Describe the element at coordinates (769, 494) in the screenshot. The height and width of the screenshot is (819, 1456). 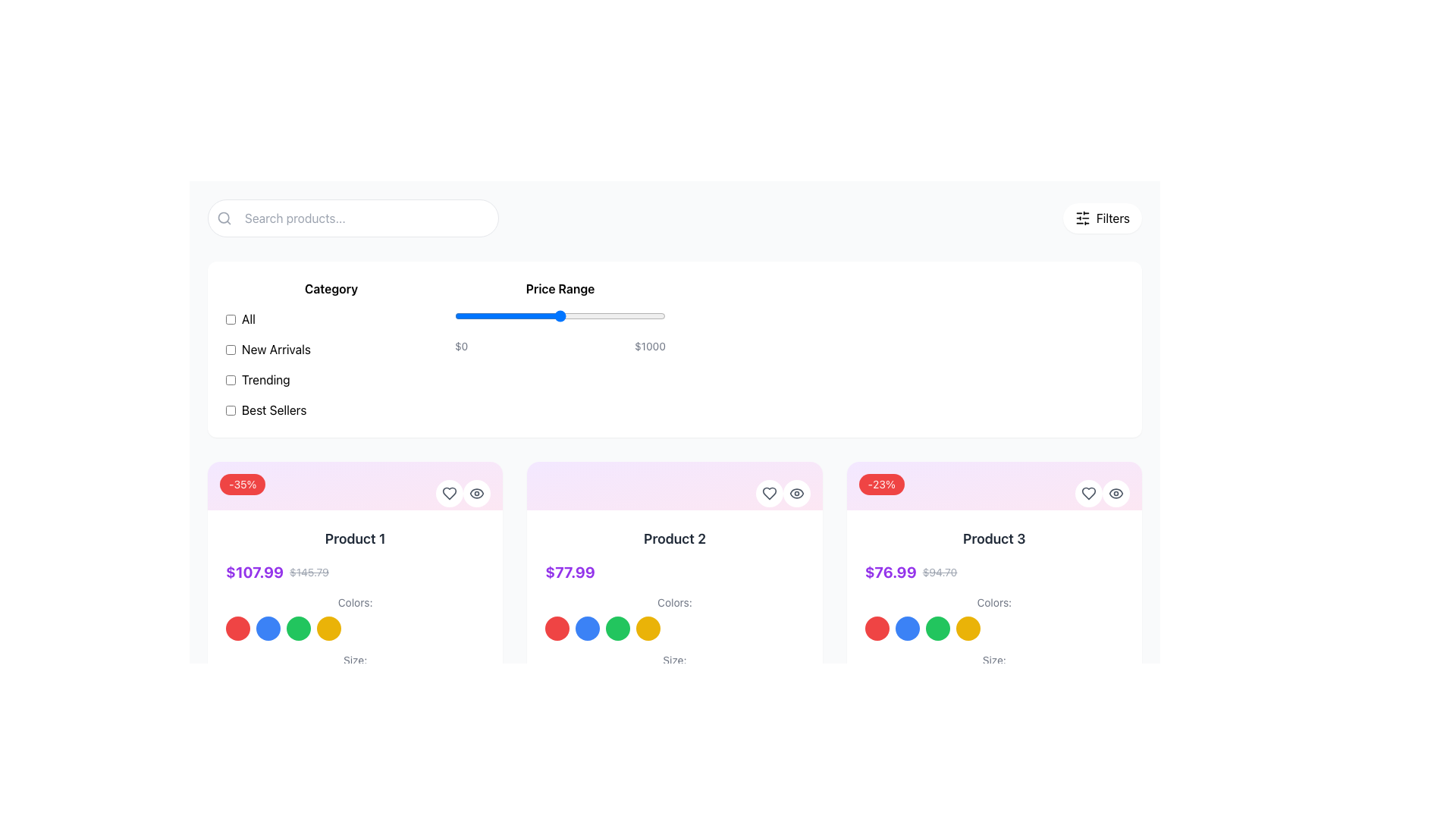
I see `the favorite icon in the top-right corner of the product card for 'Product 2' to mark it as a favorite` at that location.